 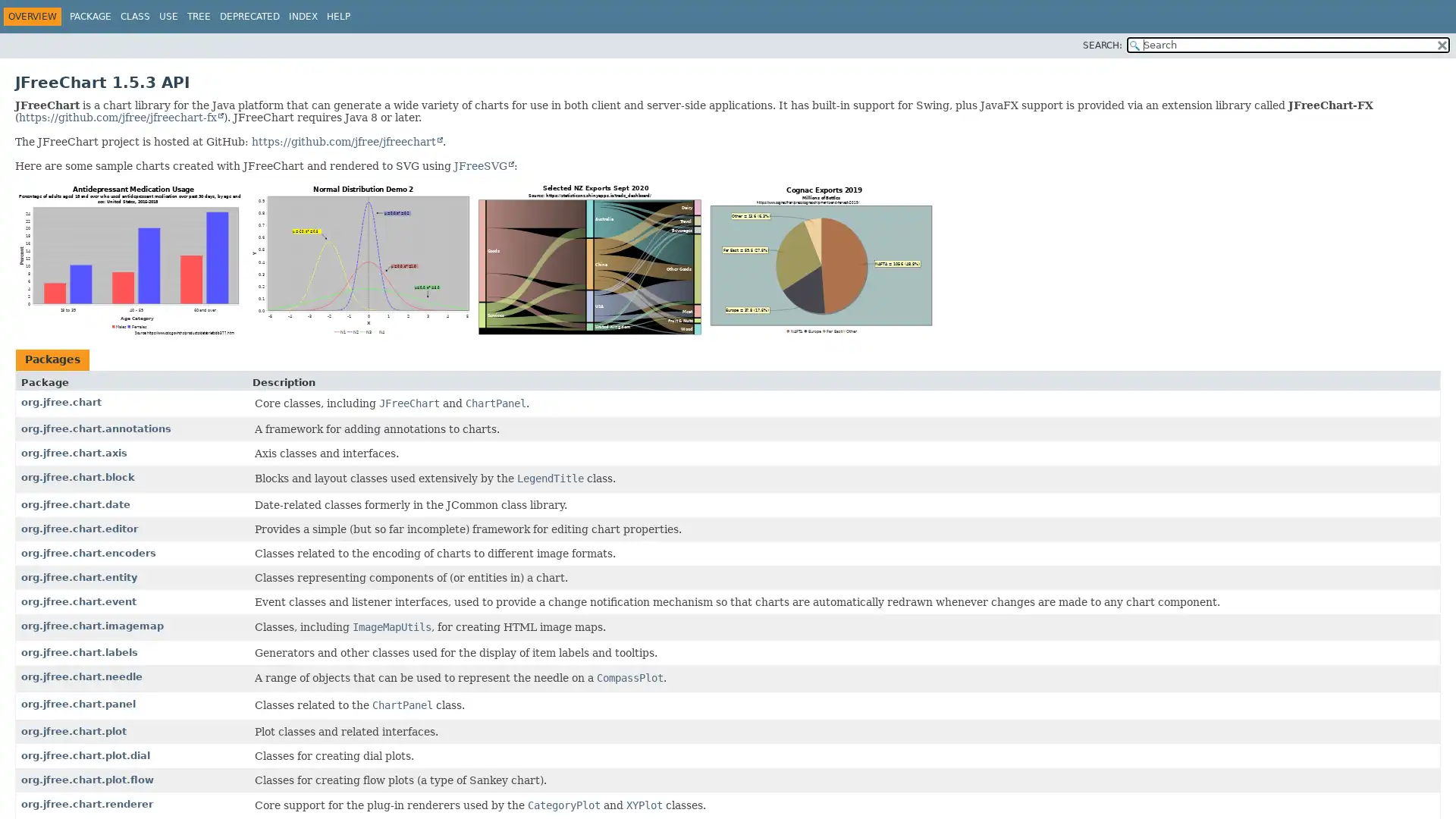 I want to click on reset, so click(x=1441, y=43).